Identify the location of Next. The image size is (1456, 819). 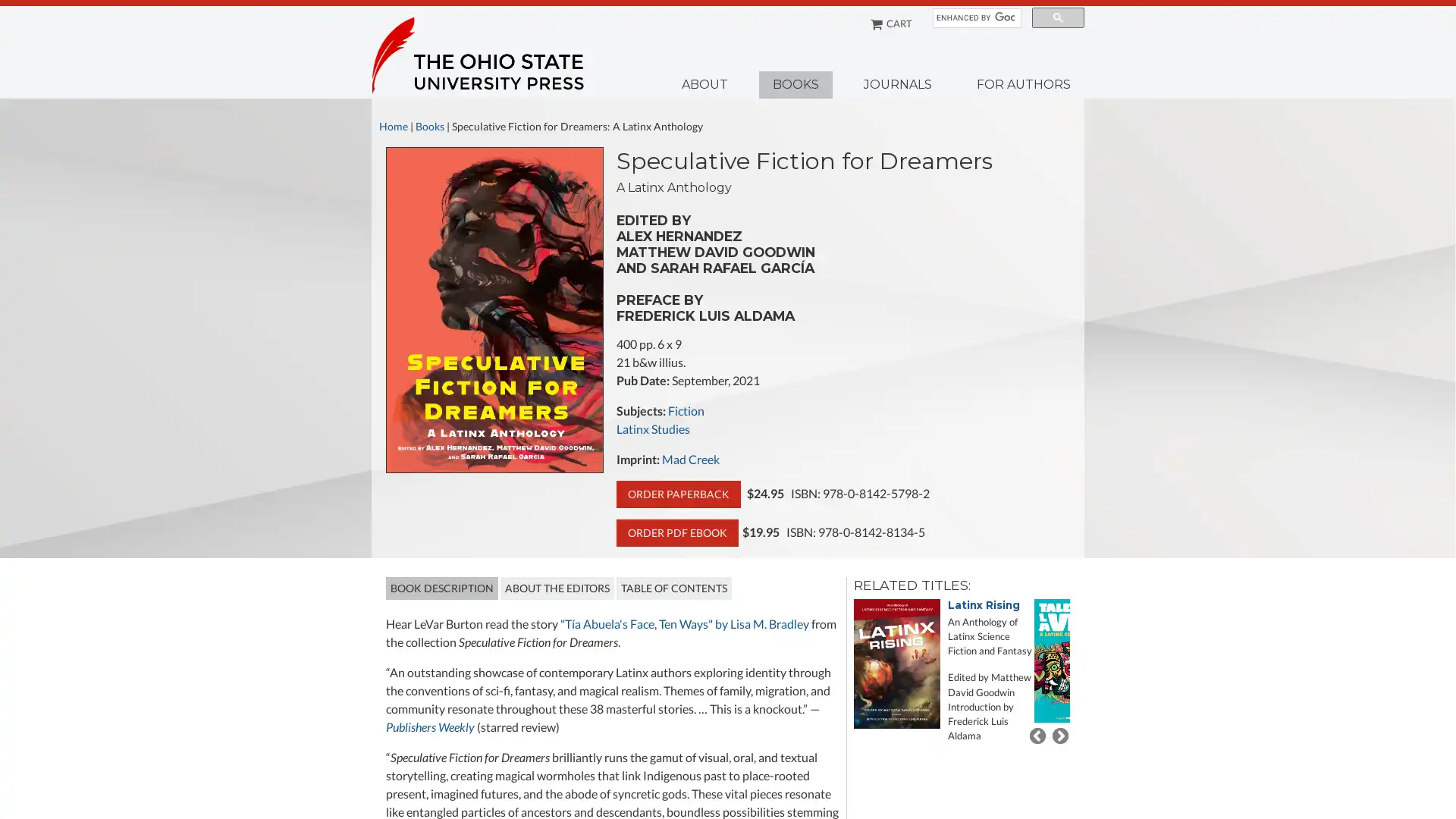
(1059, 734).